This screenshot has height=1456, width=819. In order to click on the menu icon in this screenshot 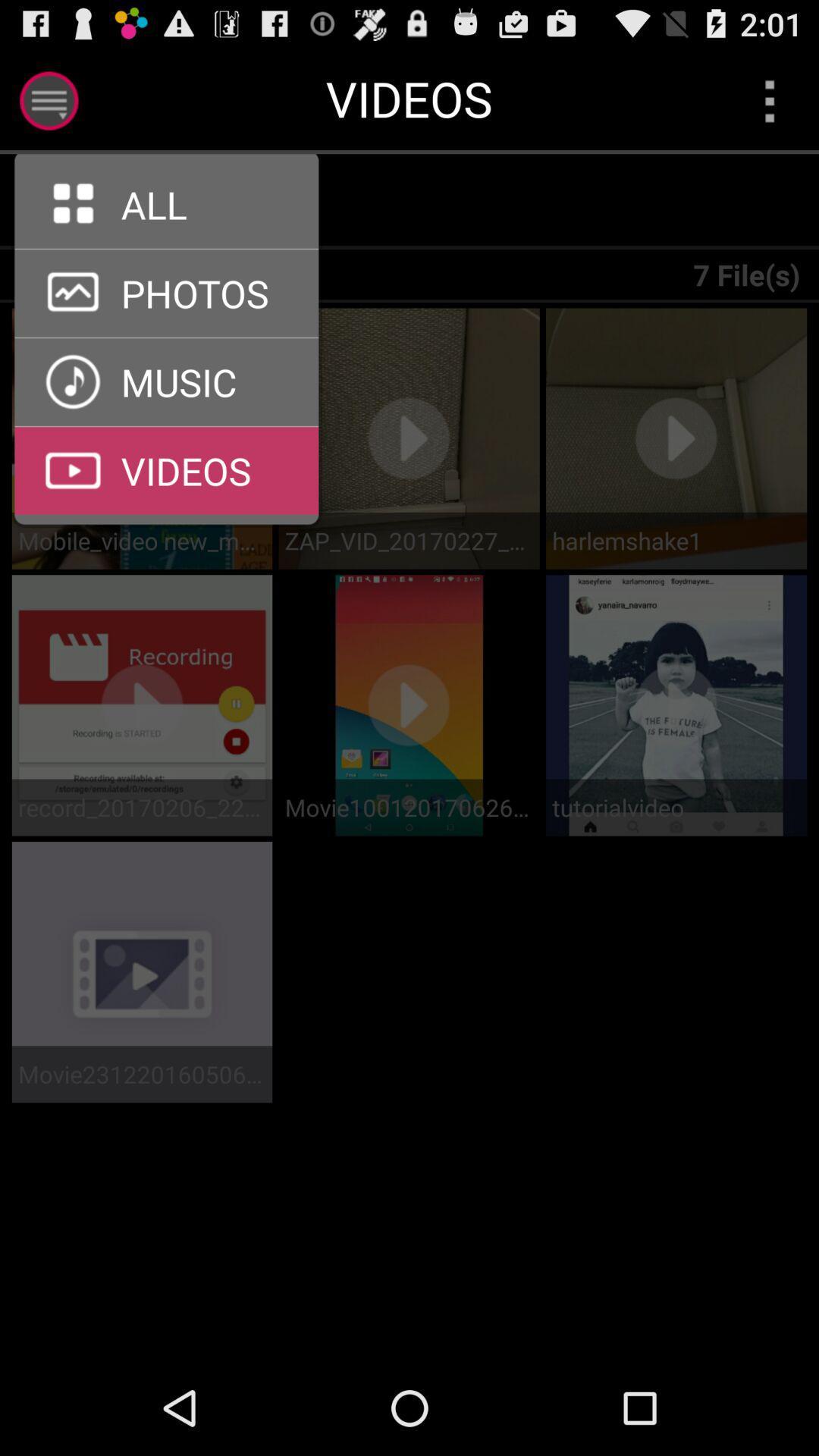, I will do `click(48, 107)`.